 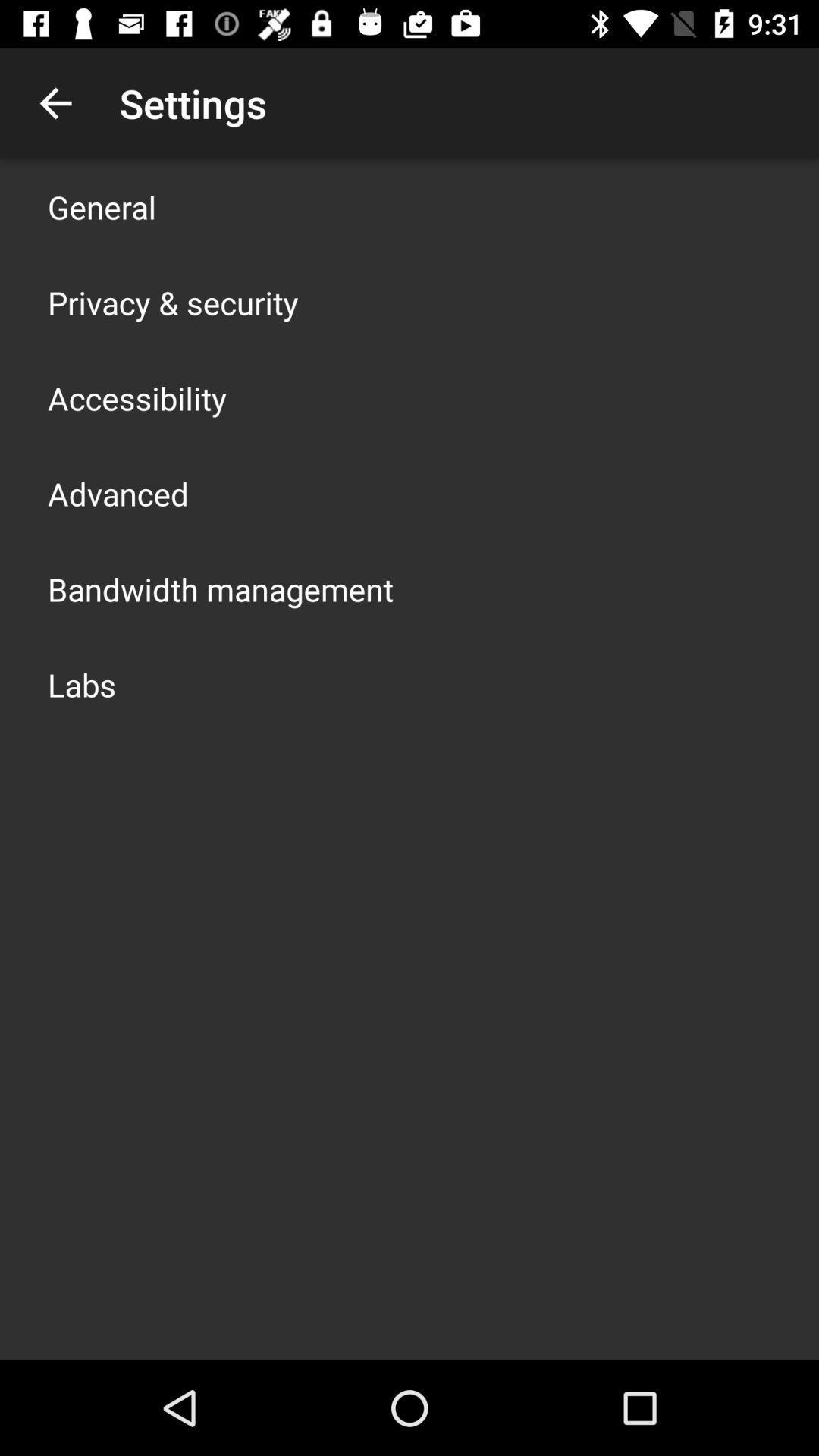 What do you see at coordinates (102, 206) in the screenshot?
I see `icon above privacy & security item` at bounding box center [102, 206].